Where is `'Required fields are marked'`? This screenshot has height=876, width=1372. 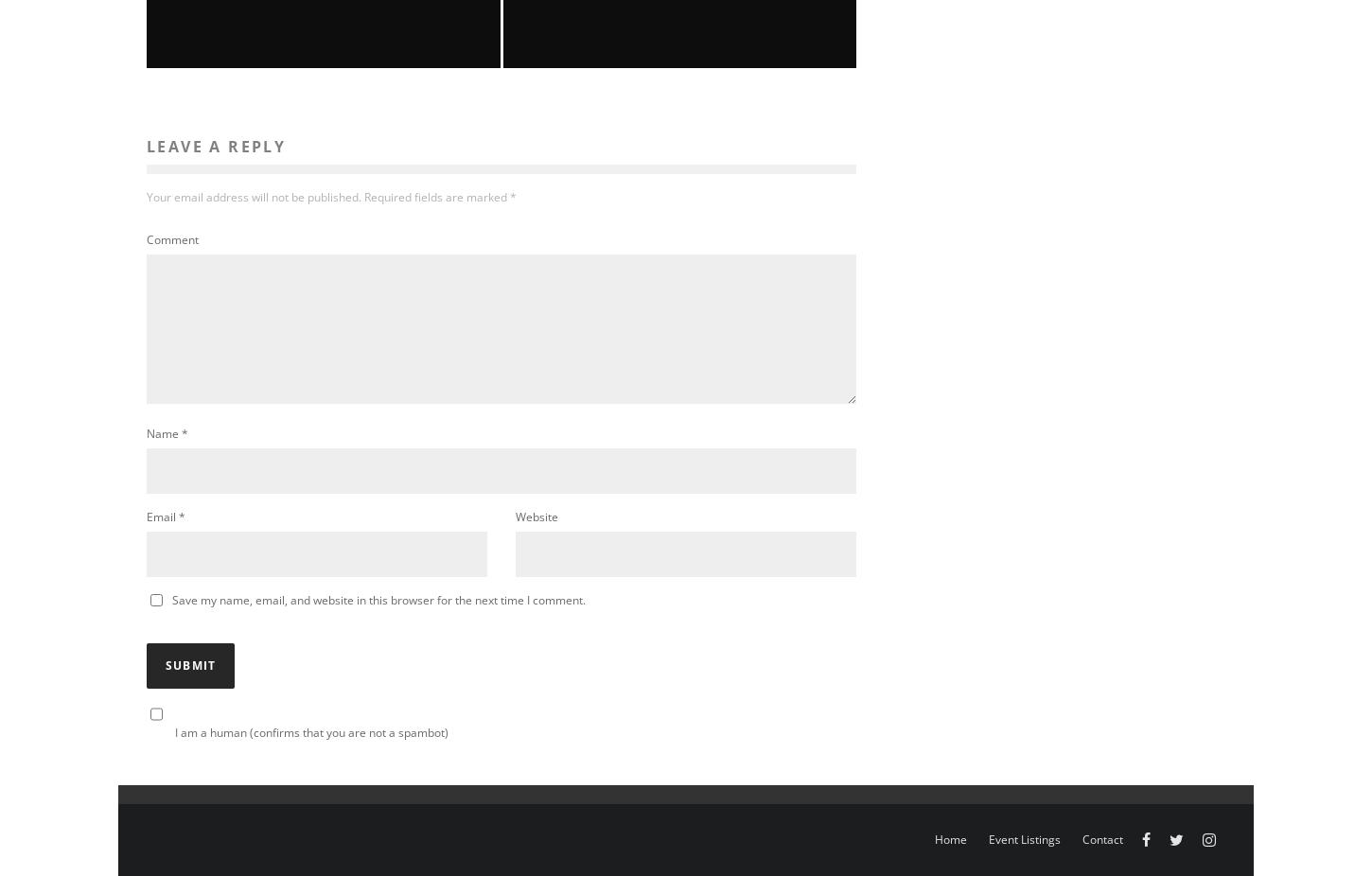
'Required fields are marked' is located at coordinates (434, 195).